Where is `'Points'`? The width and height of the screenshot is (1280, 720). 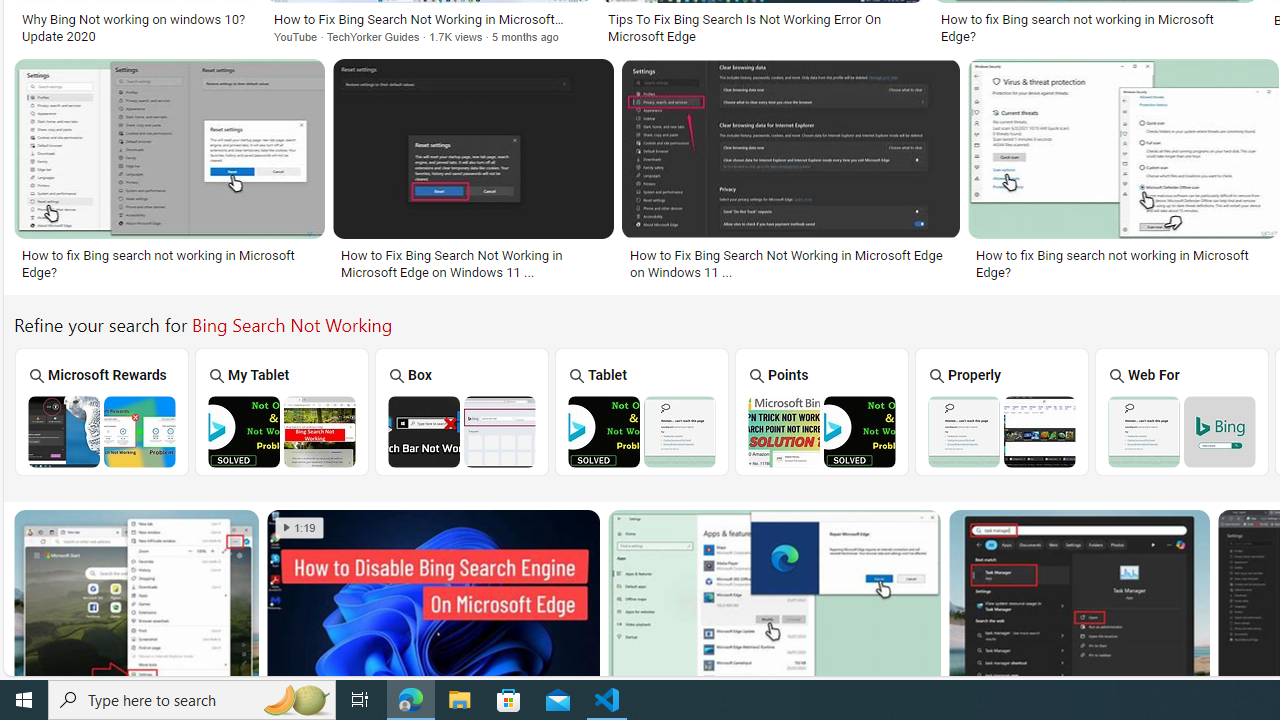 'Points' is located at coordinates (821, 410).